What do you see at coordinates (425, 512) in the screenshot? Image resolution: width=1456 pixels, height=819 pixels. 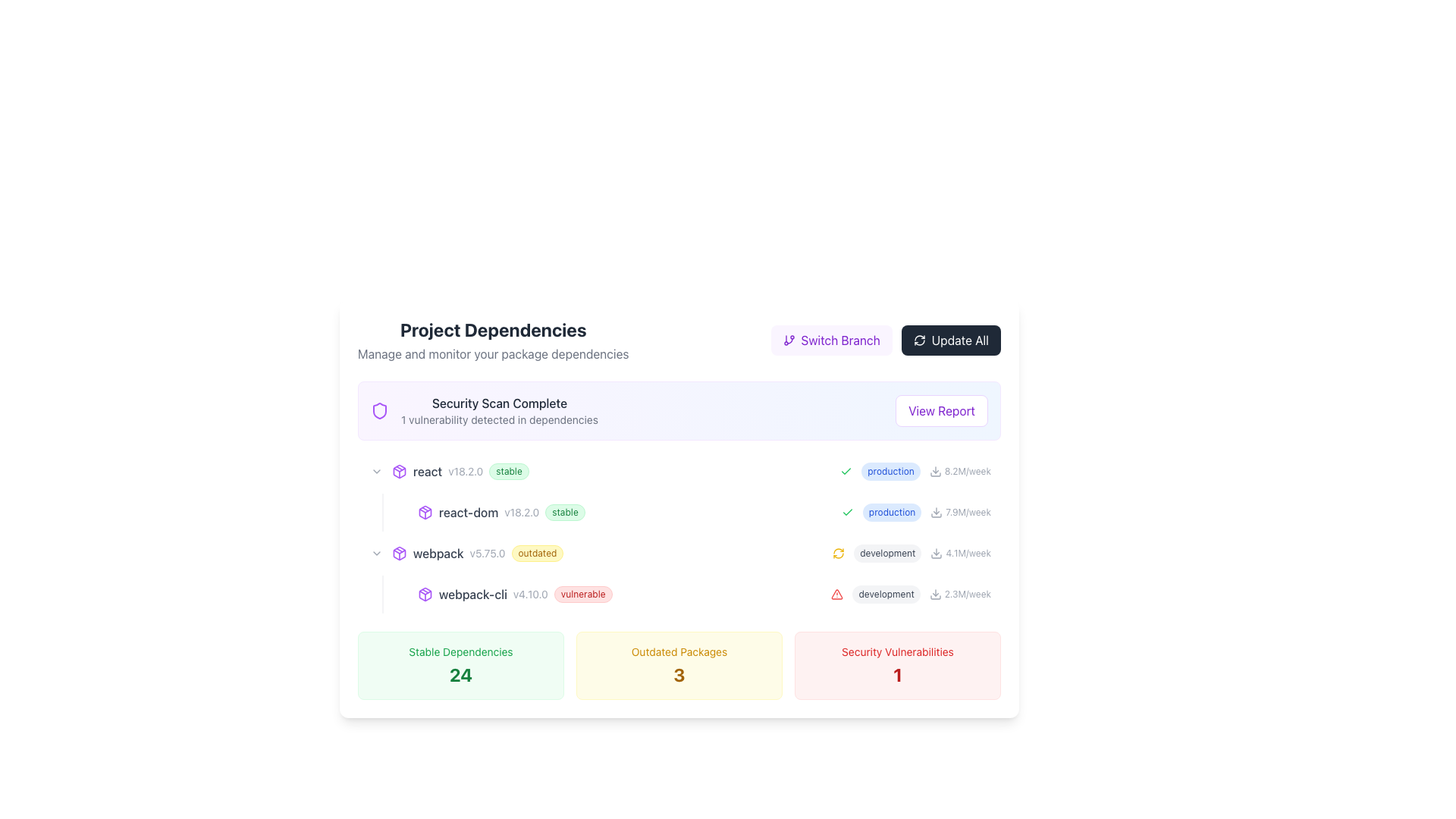 I see `the 3D box or package icon graphic, which is the first icon in the vertical sequence representing React-related dependencies in the project items section` at bounding box center [425, 512].